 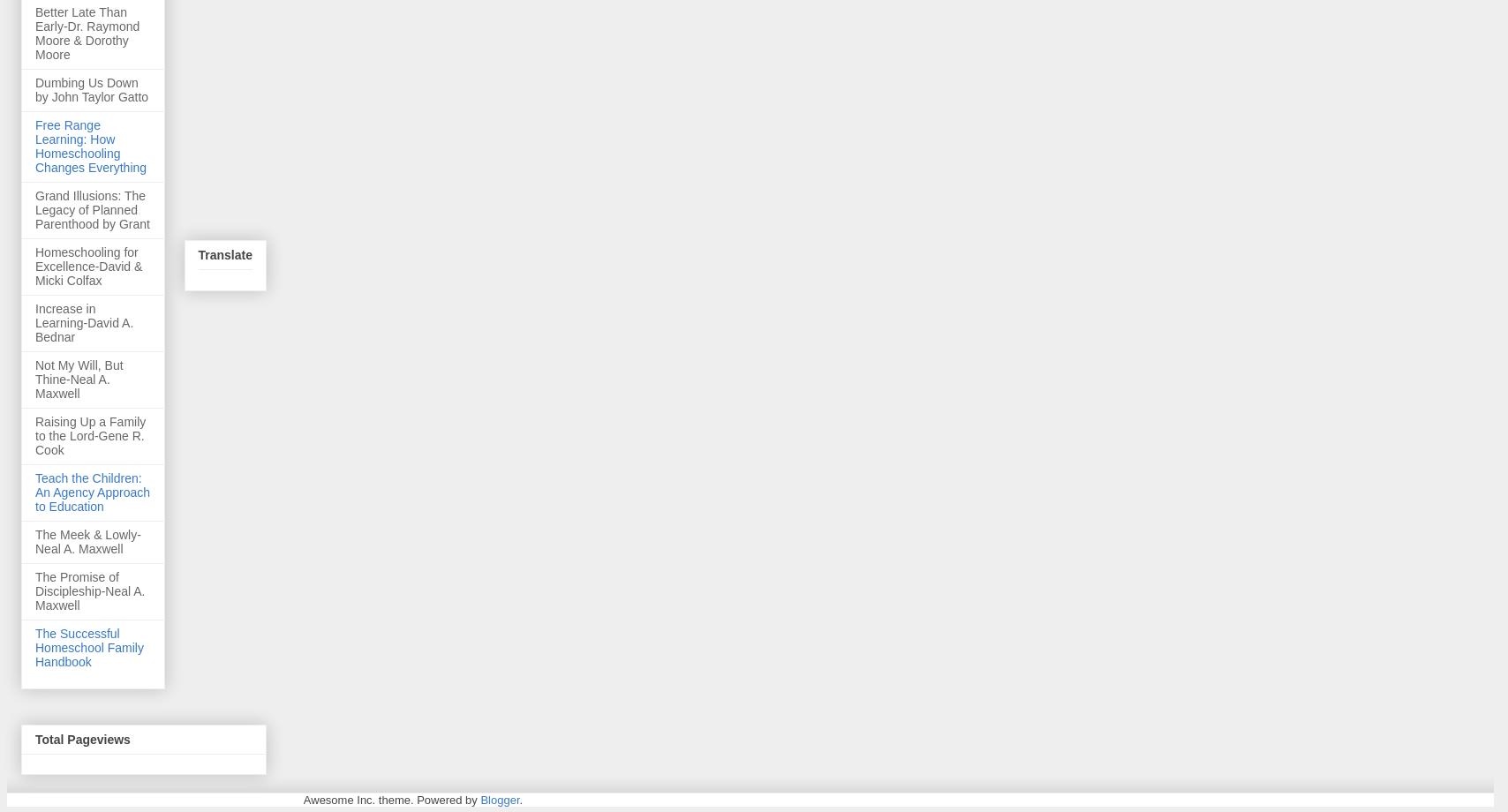 What do you see at coordinates (34, 320) in the screenshot?
I see `'Increase in Learning-David A. Bednar'` at bounding box center [34, 320].